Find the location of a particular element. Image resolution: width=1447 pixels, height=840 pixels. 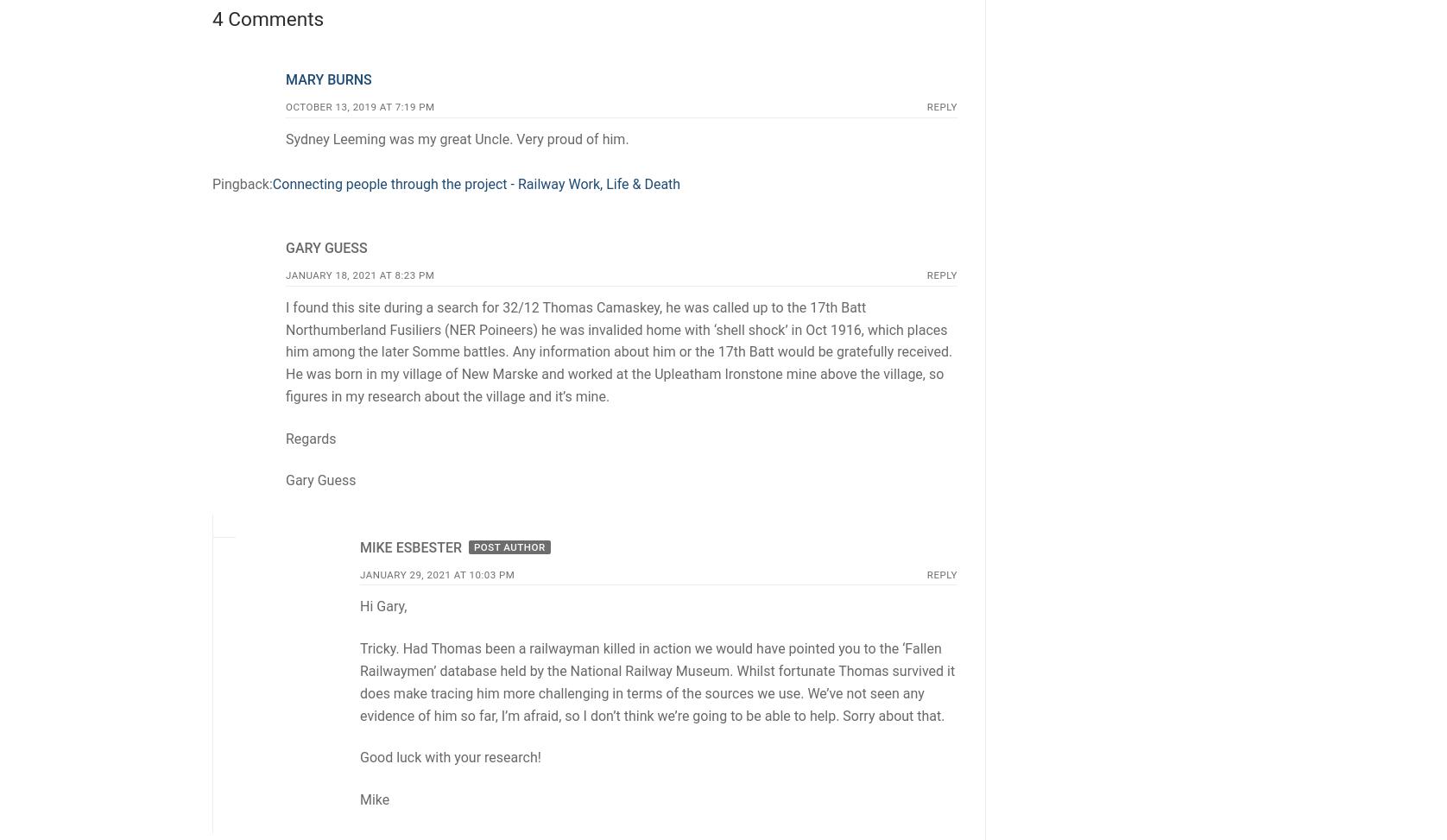

'January 18, 2021 at 8:23 pm' is located at coordinates (358, 274).